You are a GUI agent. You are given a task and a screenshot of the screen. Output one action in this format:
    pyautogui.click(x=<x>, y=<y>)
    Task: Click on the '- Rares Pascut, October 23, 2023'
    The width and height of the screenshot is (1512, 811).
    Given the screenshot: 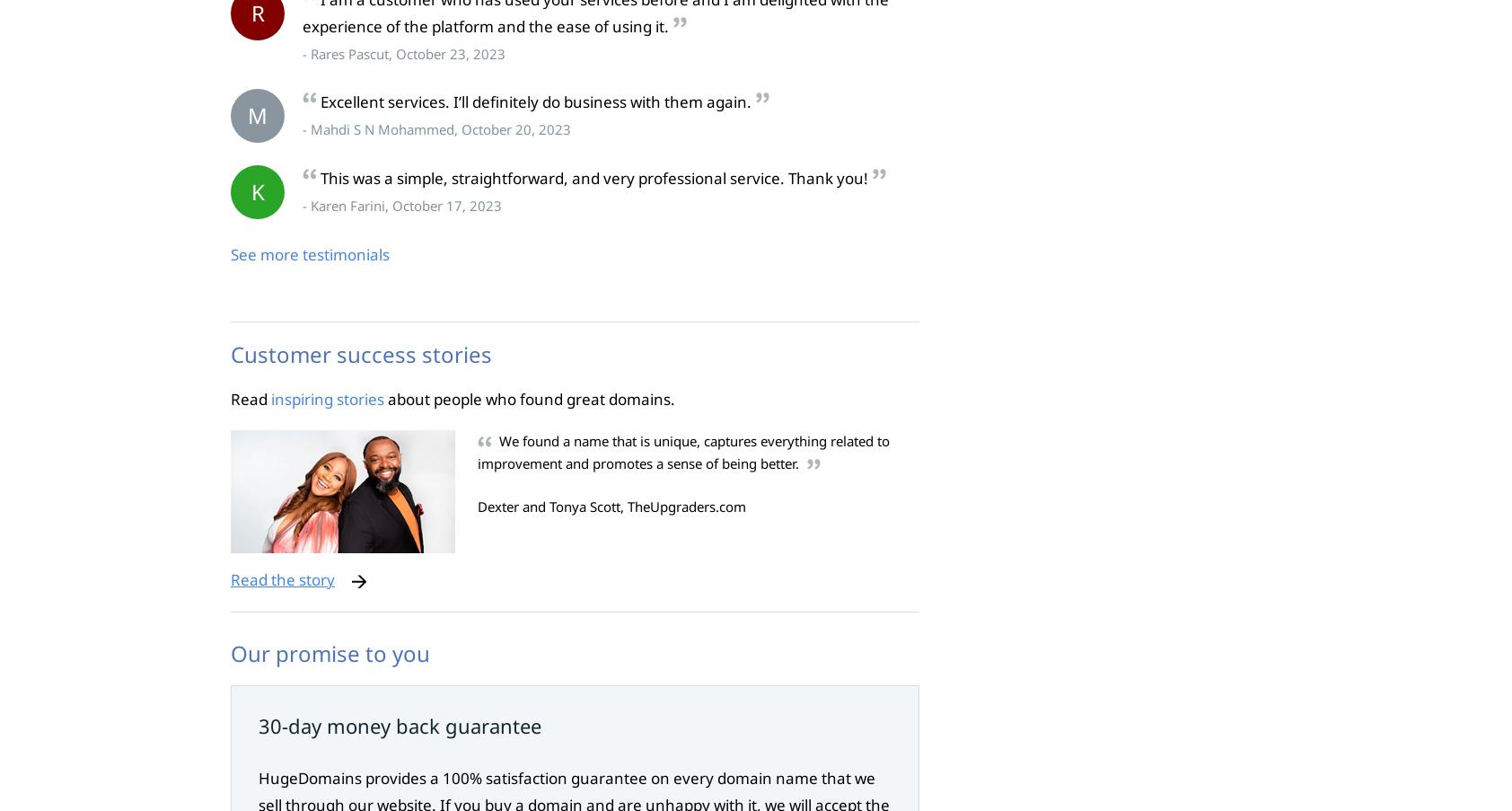 What is the action you would take?
    pyautogui.click(x=302, y=51)
    